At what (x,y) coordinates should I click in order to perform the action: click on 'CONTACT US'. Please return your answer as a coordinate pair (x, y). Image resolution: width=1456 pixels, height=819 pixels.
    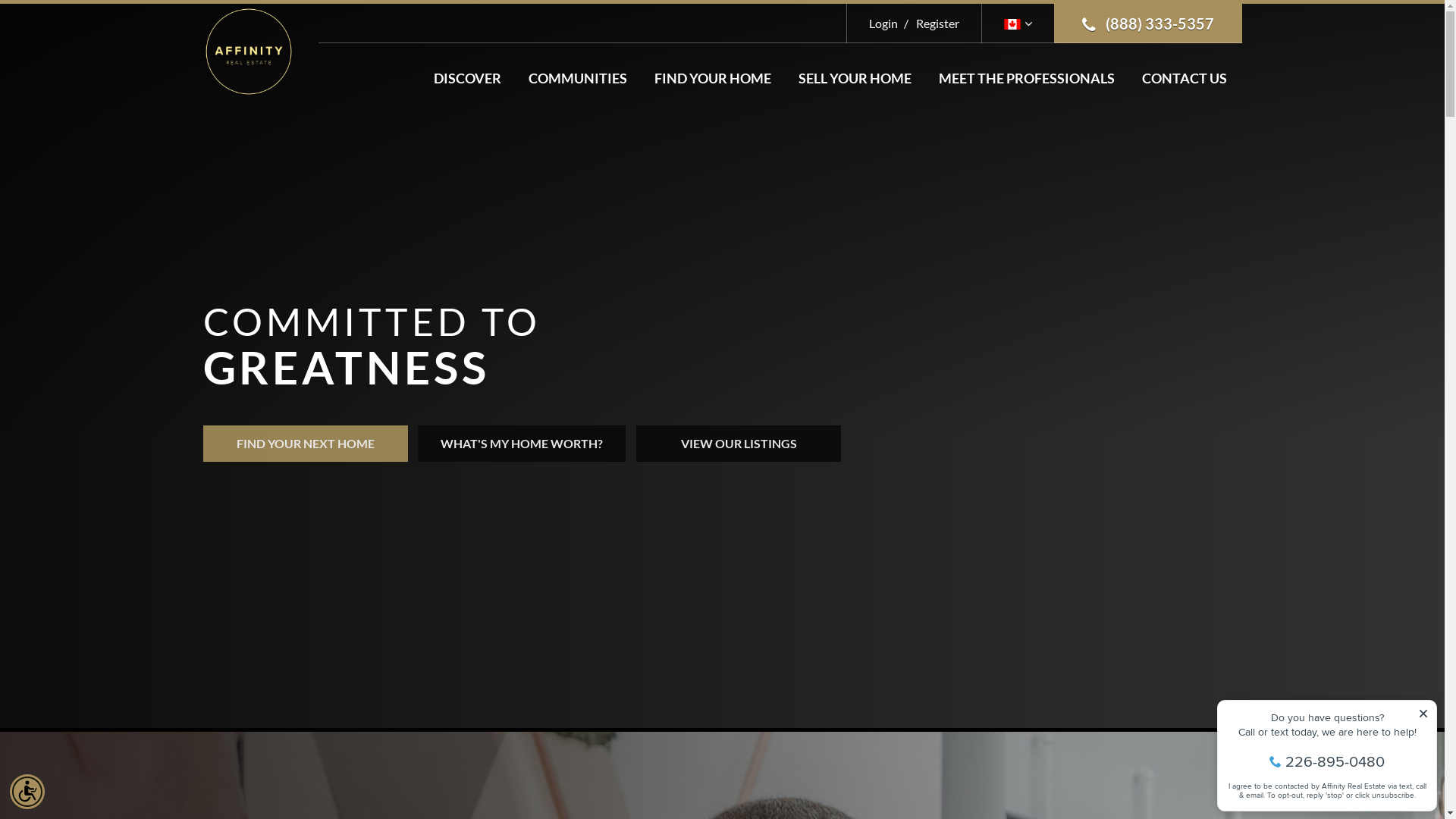
    Looking at the image, I should click on (1183, 78).